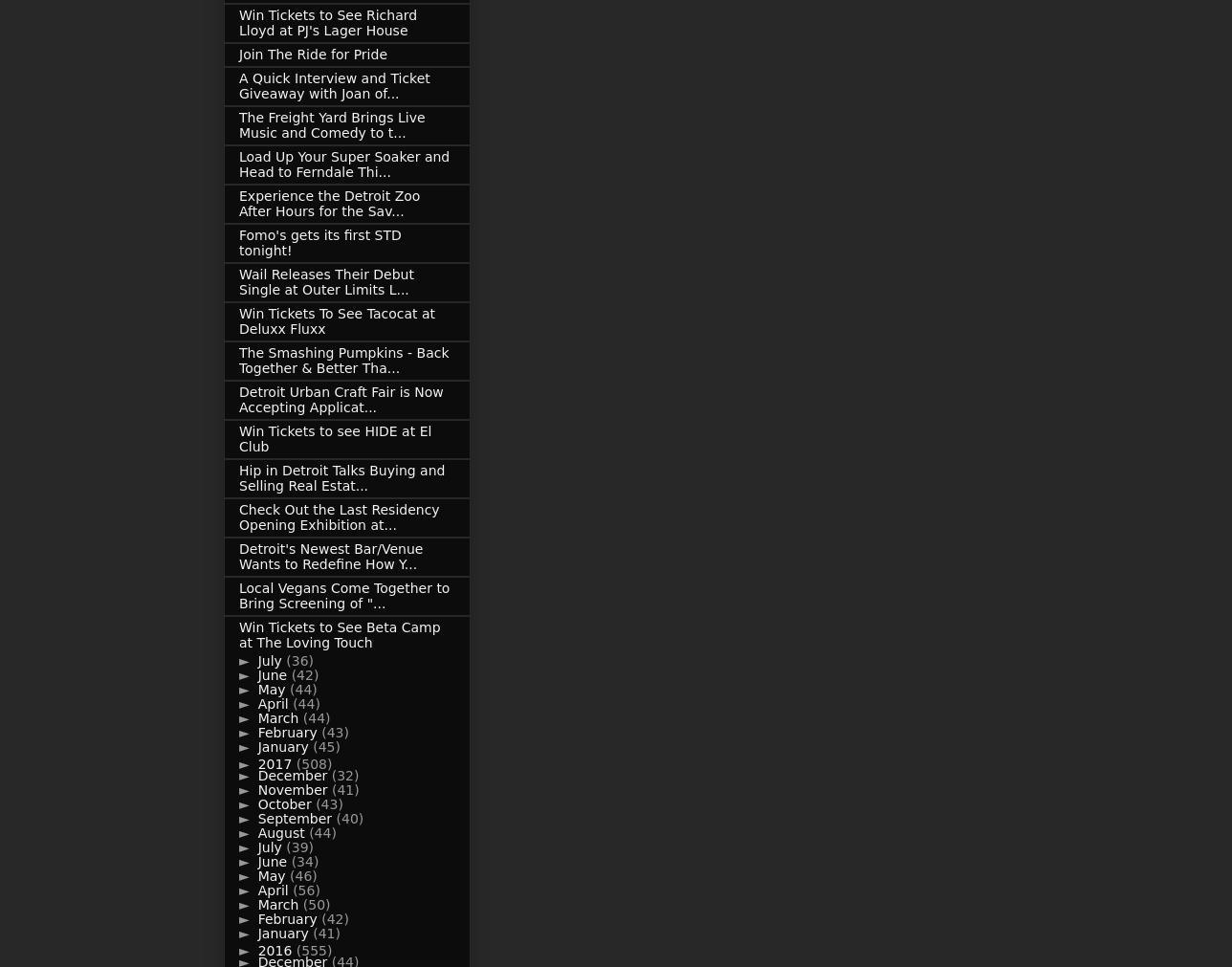  What do you see at coordinates (343, 360) in the screenshot?
I see `'The Smashing Pumpkins - Back Together & Better Tha...'` at bounding box center [343, 360].